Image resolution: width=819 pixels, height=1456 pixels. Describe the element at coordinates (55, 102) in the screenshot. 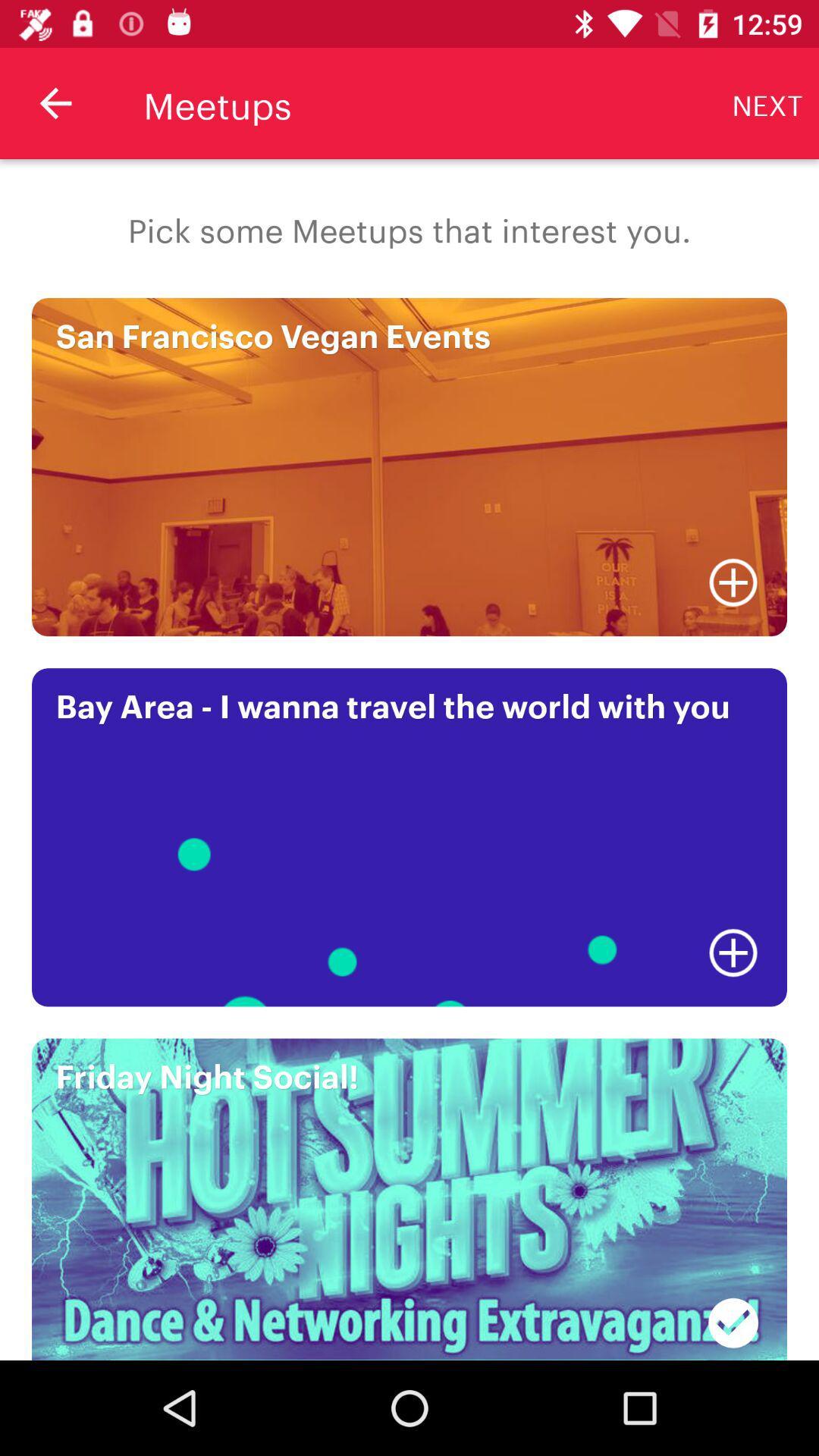

I see `the icon above the pick some meetups` at that location.